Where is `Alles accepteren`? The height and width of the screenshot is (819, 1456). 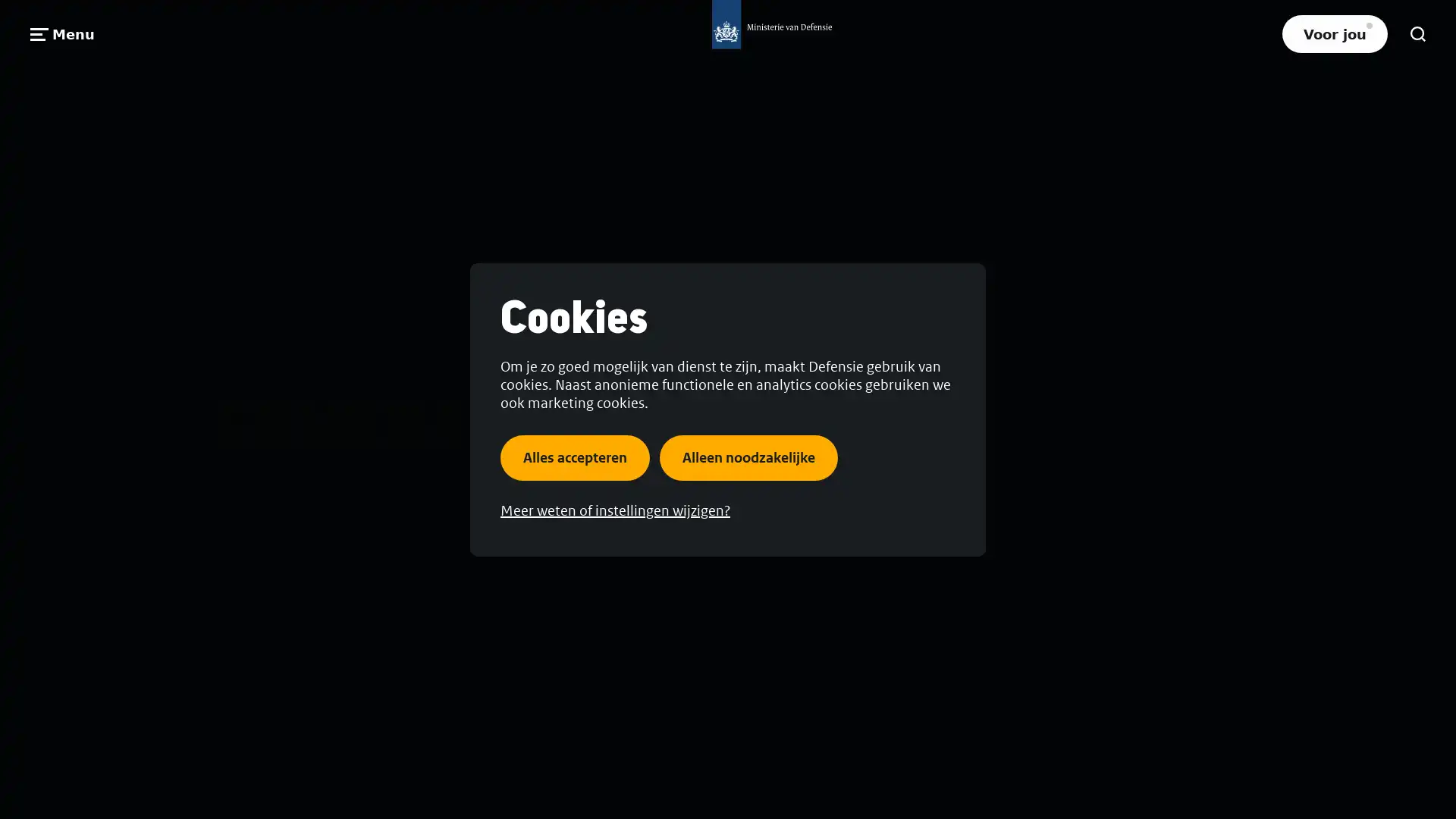
Alles accepteren is located at coordinates (574, 456).